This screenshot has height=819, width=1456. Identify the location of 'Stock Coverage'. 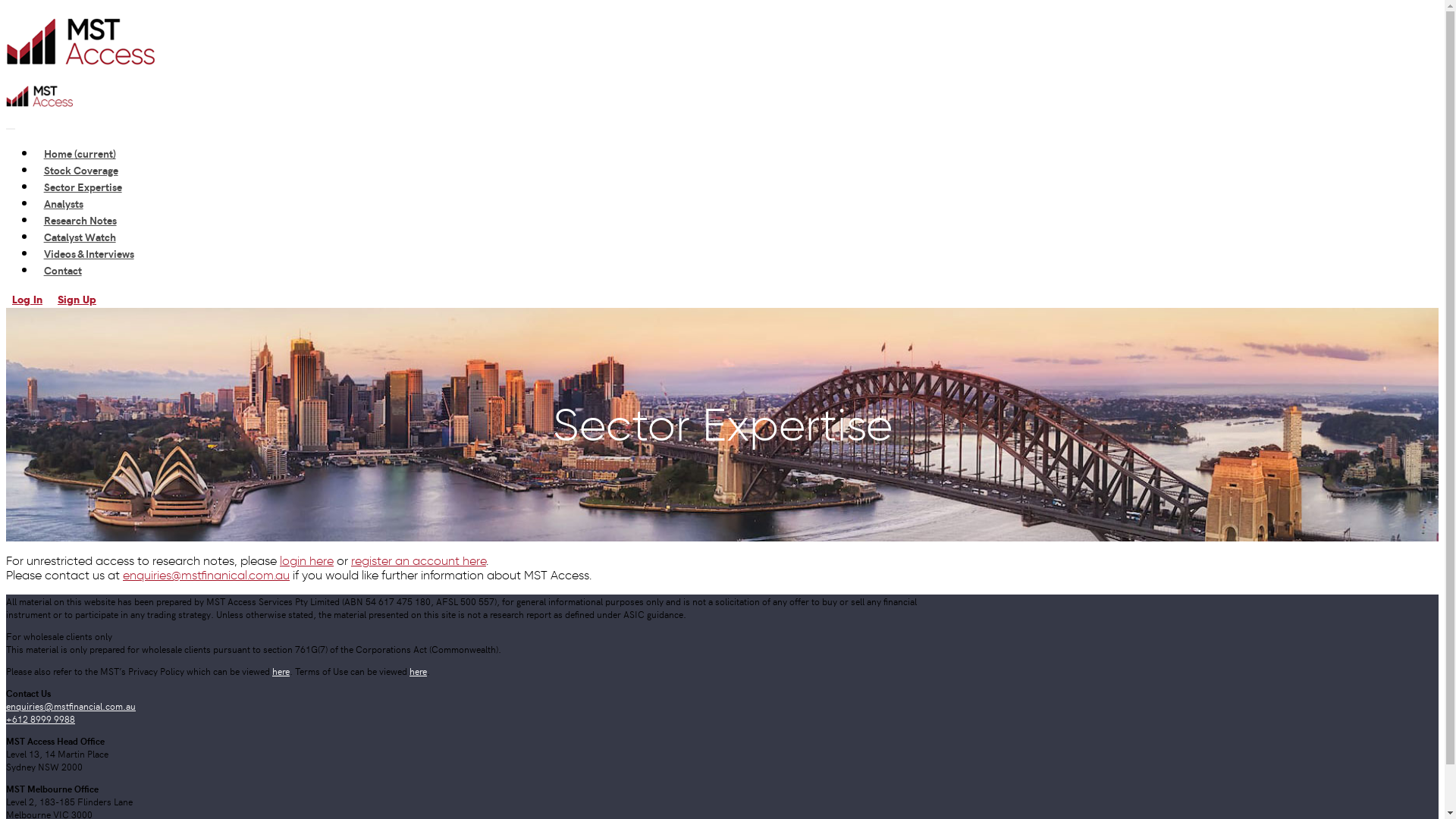
(80, 169).